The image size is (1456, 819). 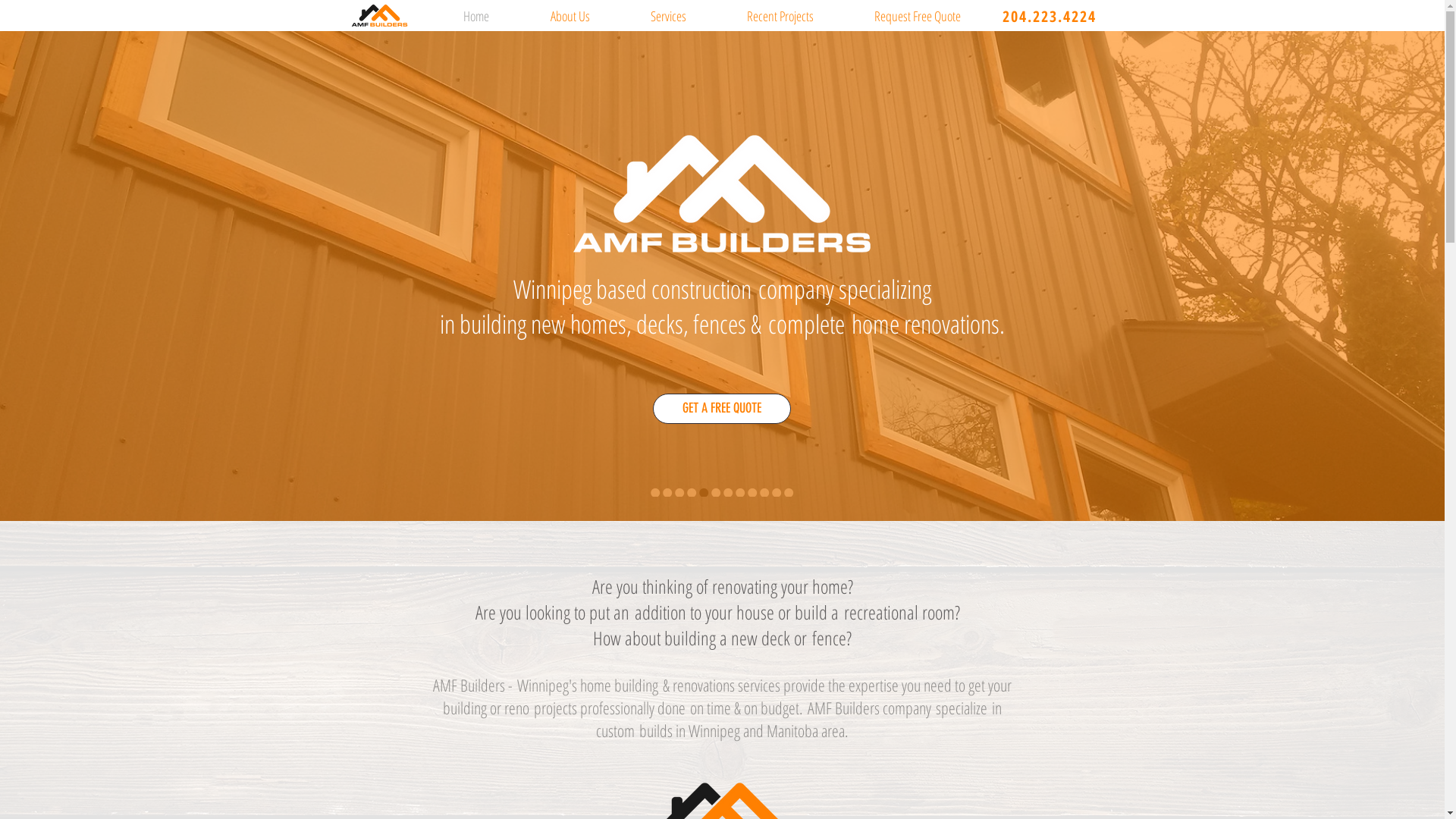 What do you see at coordinates (715, 14) in the screenshot?
I see `'Recent Projects'` at bounding box center [715, 14].